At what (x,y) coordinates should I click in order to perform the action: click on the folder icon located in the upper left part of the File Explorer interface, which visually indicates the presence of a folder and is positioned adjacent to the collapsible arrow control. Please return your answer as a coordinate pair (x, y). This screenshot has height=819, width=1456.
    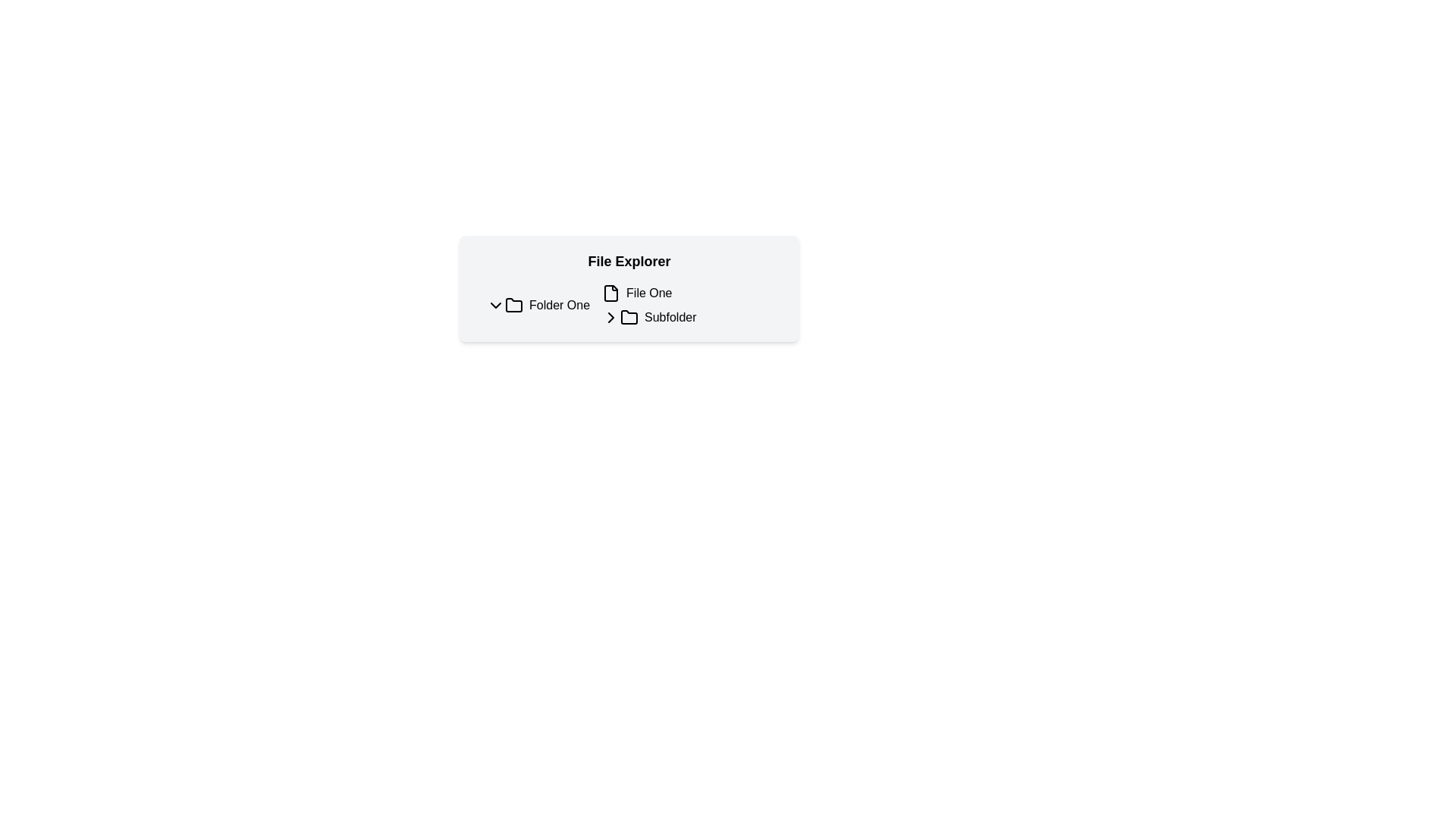
    Looking at the image, I should click on (513, 305).